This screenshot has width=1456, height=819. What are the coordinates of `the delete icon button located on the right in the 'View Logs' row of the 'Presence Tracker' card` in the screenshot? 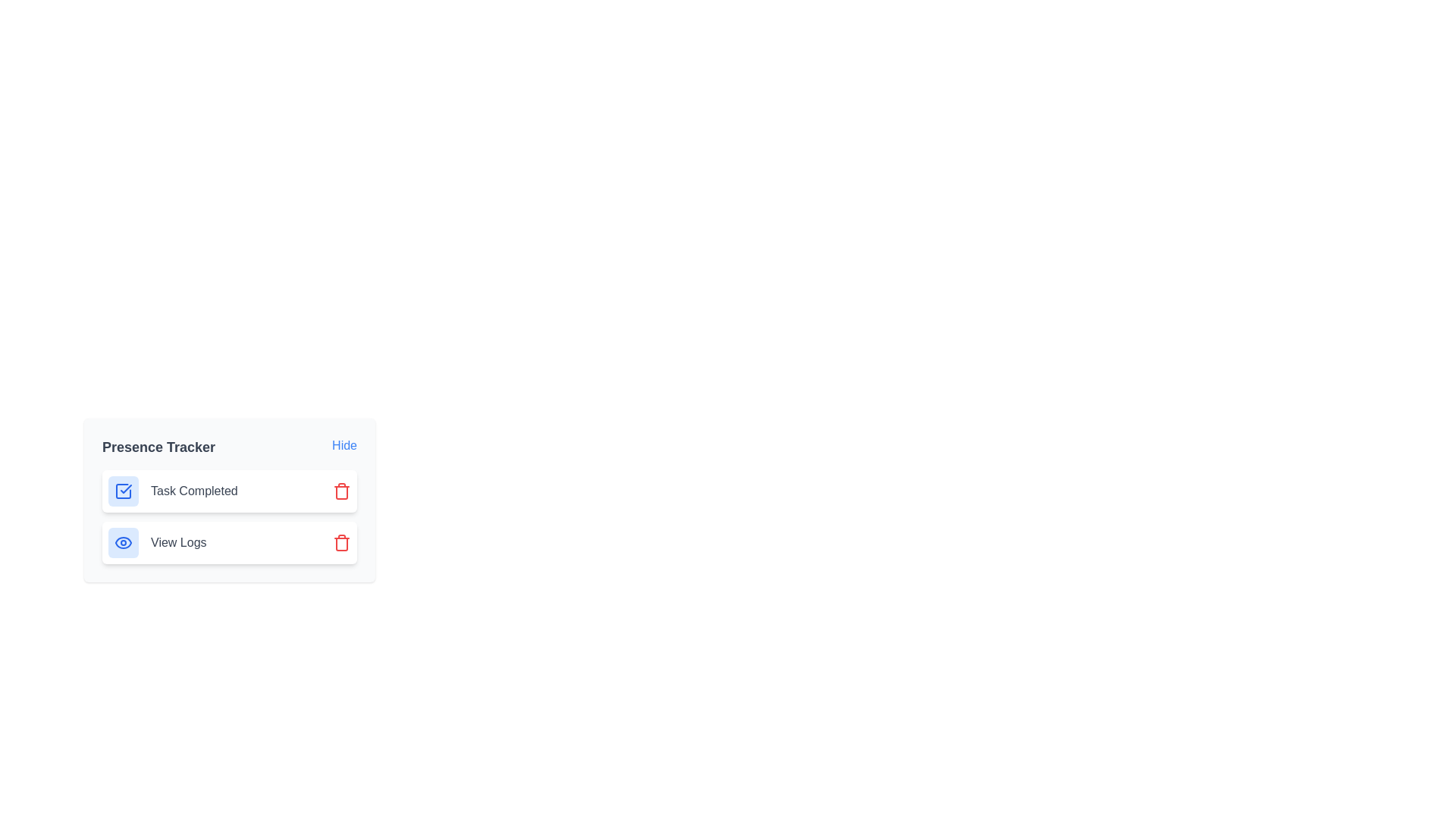 It's located at (341, 542).